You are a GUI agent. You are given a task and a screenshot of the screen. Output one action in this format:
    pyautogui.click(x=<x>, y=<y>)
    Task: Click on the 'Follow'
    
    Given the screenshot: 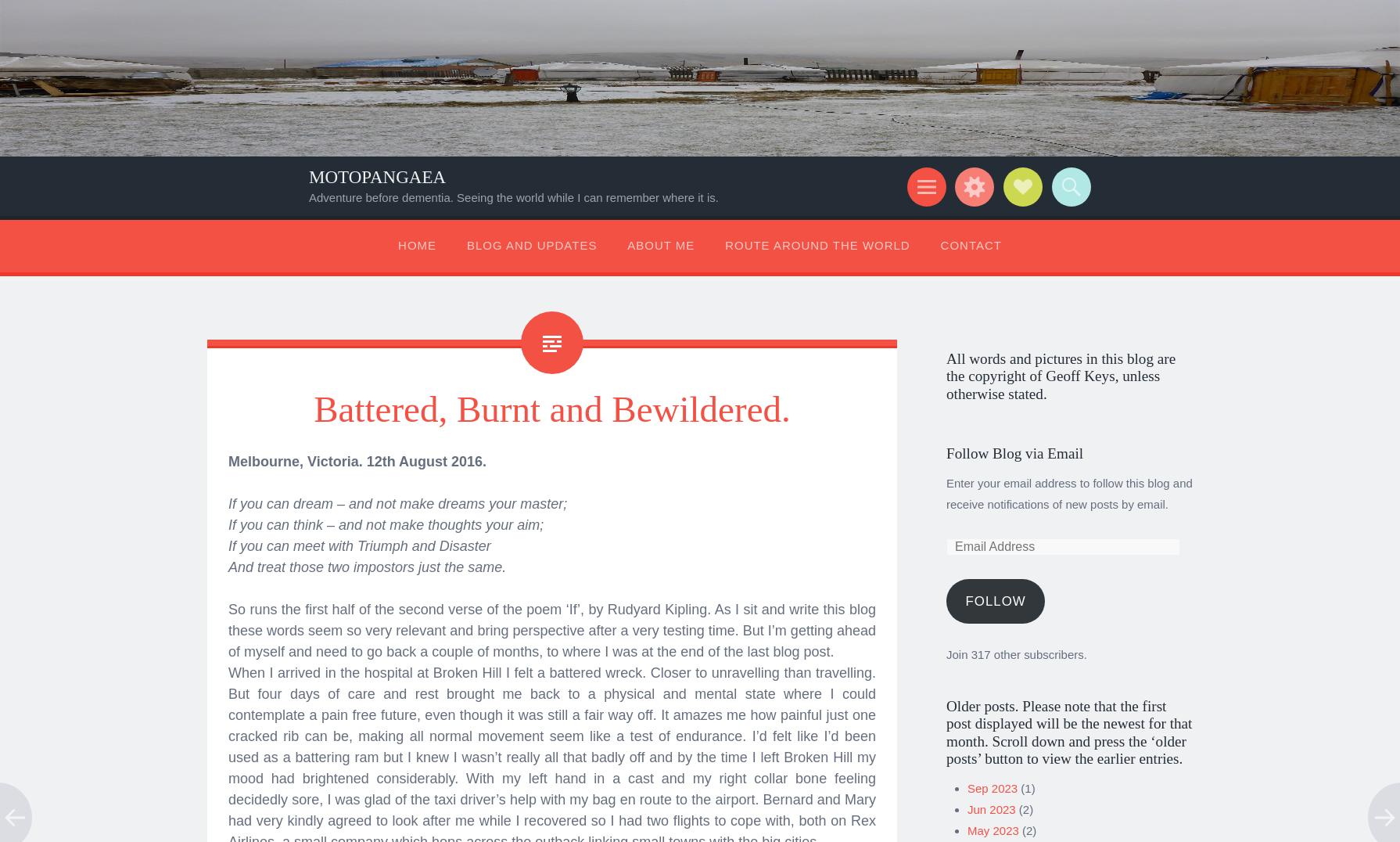 What is the action you would take?
    pyautogui.click(x=995, y=594)
    